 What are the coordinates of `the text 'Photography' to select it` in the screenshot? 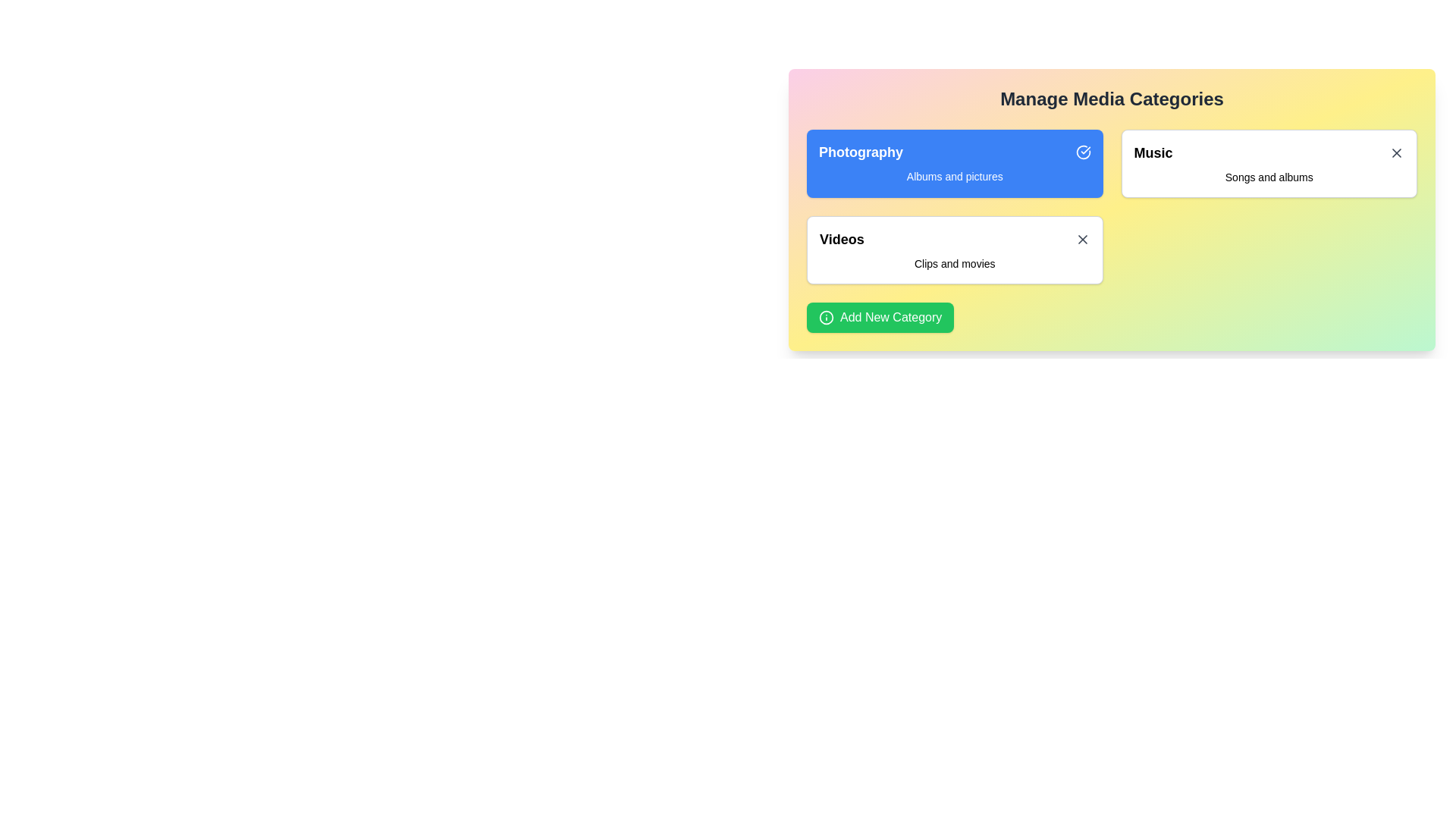 It's located at (954, 152).